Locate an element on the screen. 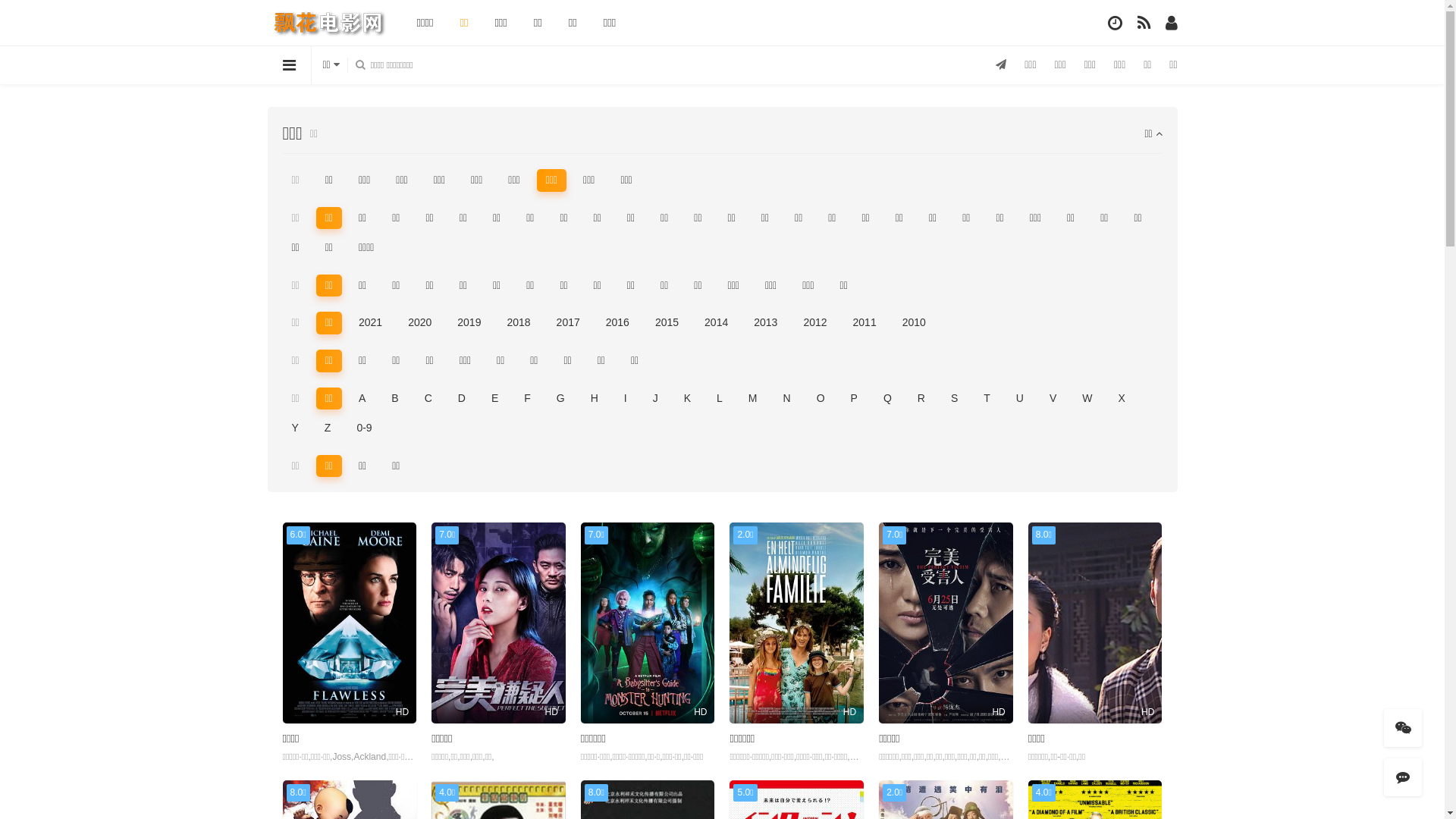 The height and width of the screenshot is (819, 1456). '2014' is located at coordinates (715, 322).